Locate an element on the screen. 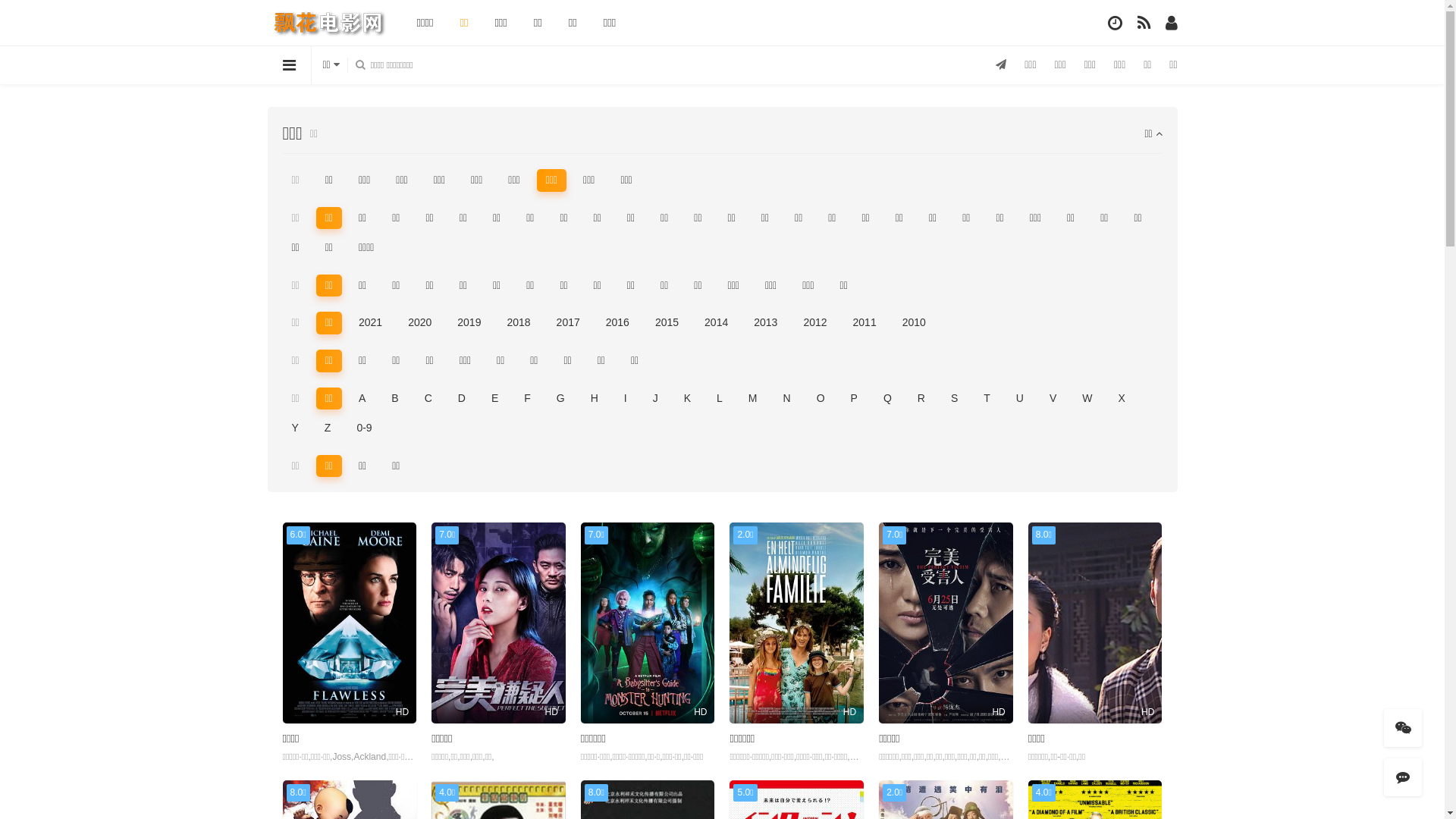 The height and width of the screenshot is (819, 1456). '2014' is located at coordinates (715, 322).